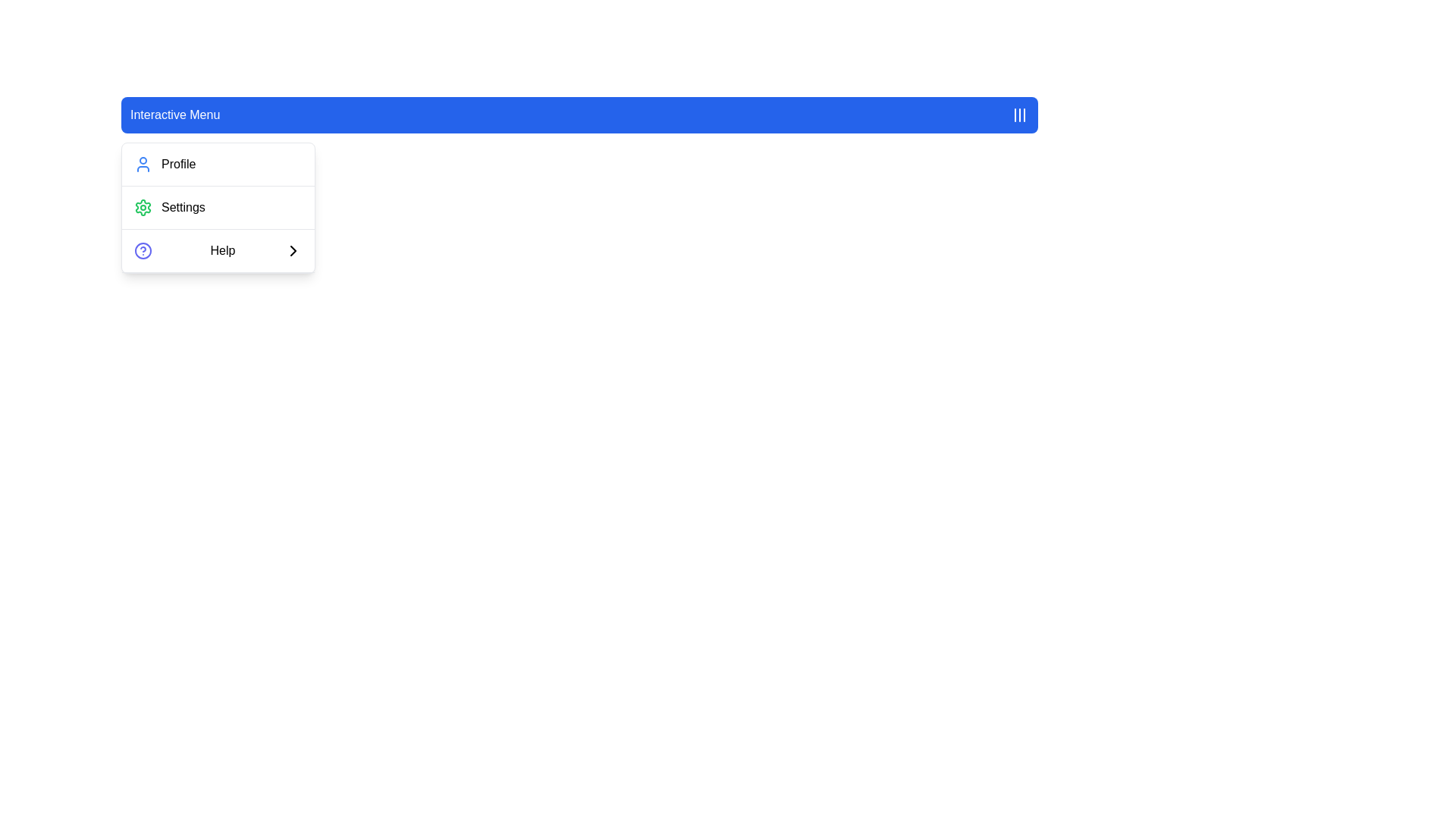 The width and height of the screenshot is (1456, 819). What do you see at coordinates (143, 250) in the screenshot?
I see `the circular indigo question mark icon that is positioned to the left of the 'Help' text in the menu item` at bounding box center [143, 250].